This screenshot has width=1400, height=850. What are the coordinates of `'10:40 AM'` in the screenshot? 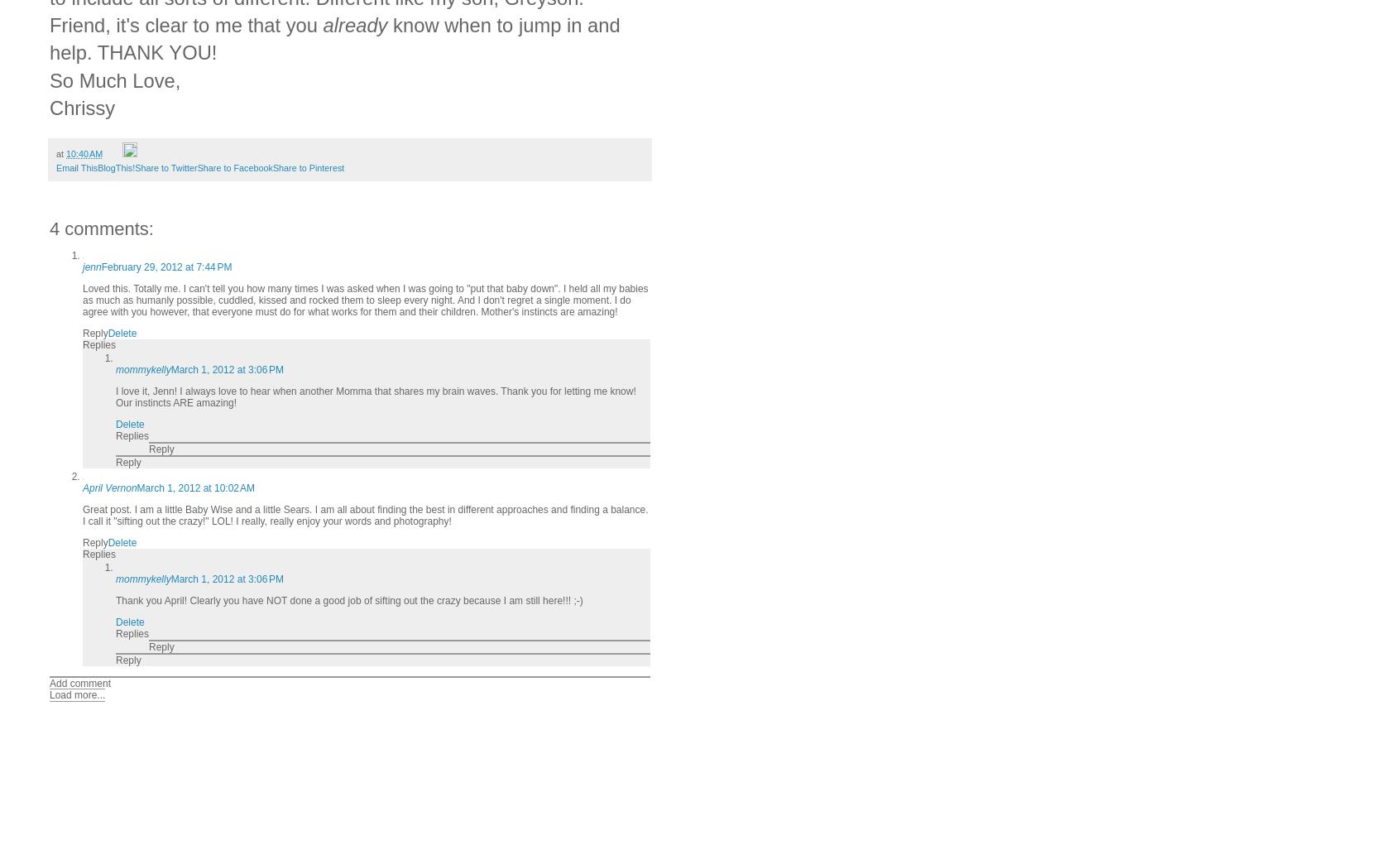 It's located at (84, 152).